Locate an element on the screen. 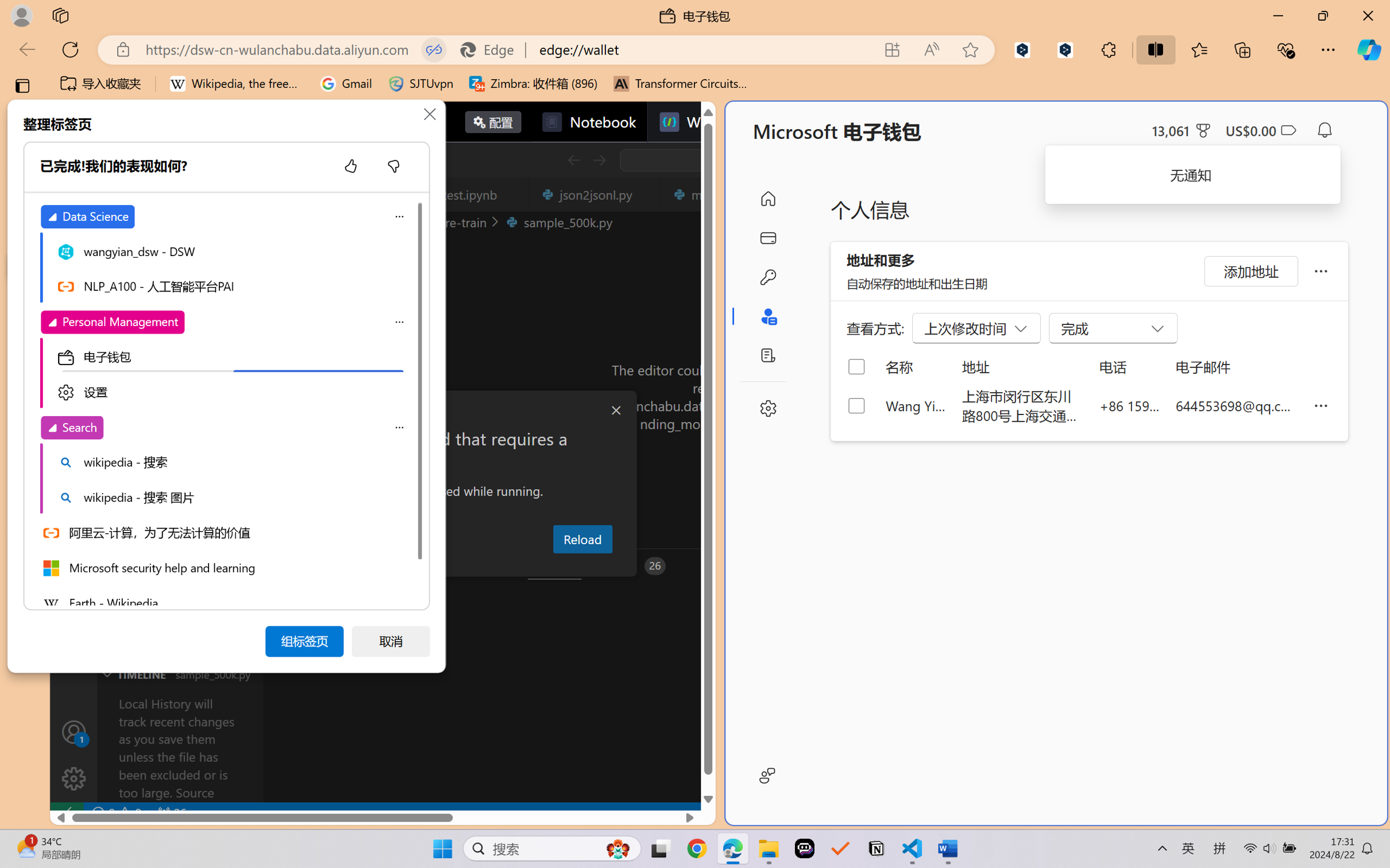 The width and height of the screenshot is (1390, 868). 'Reload' is located at coordinates (582, 538).